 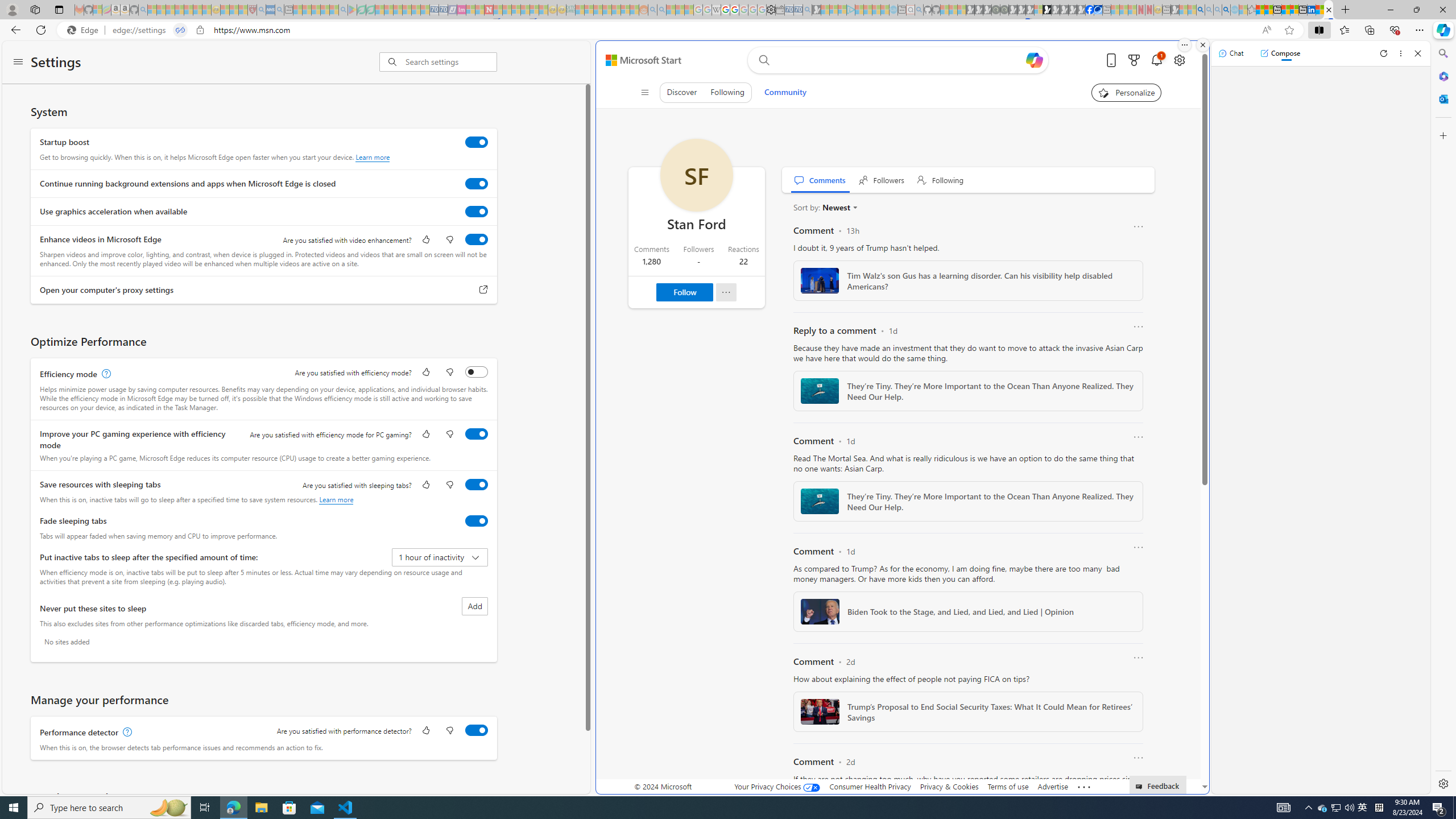 I want to click on 'Performance detector, learn more', so click(x=126, y=732).